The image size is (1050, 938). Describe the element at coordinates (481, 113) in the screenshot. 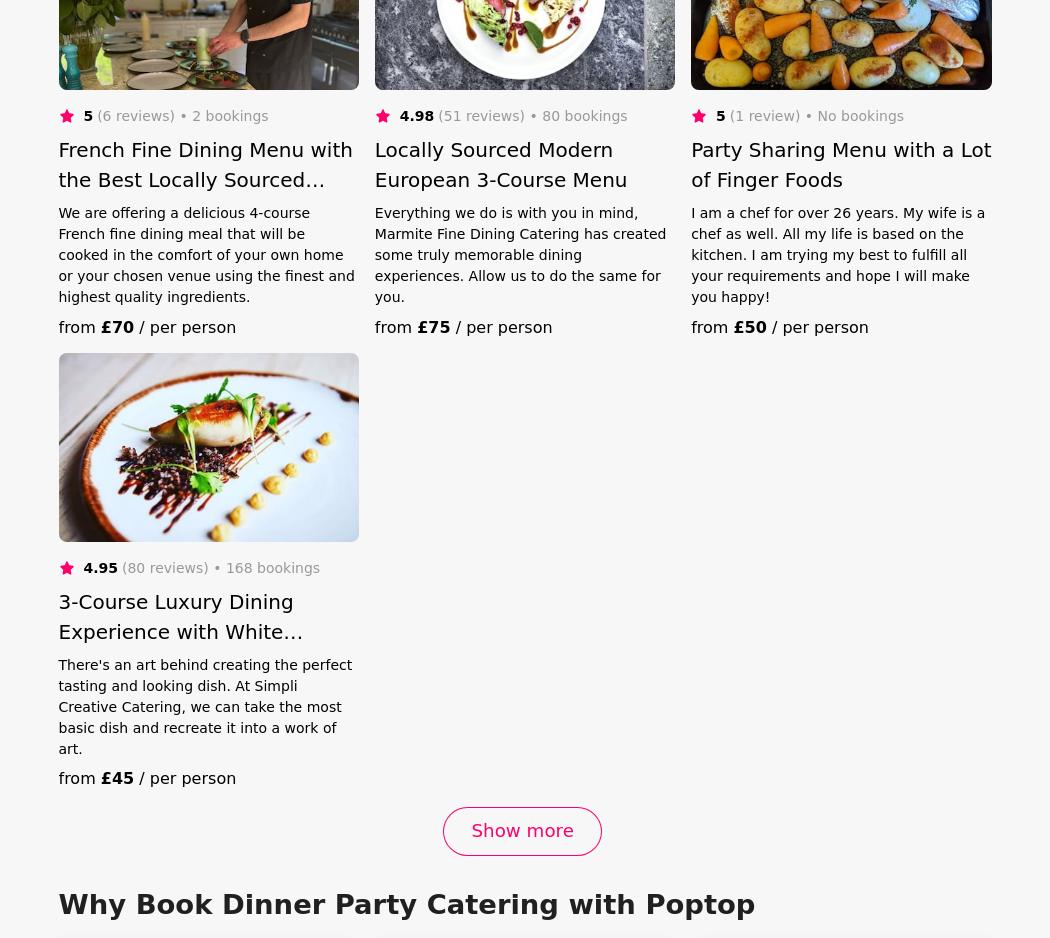

I see `'(51 reviews)'` at that location.